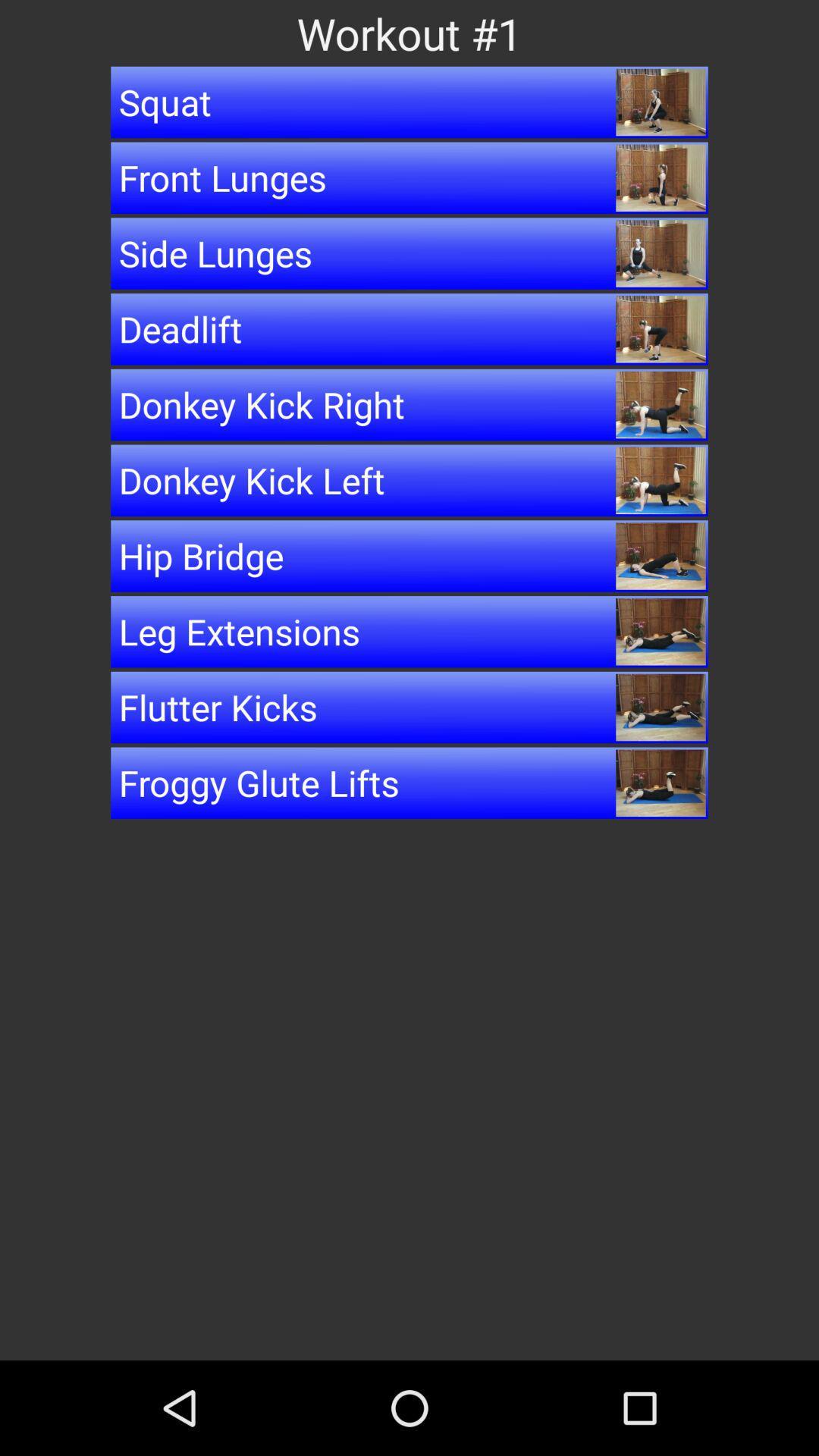 Image resolution: width=819 pixels, height=1456 pixels. Describe the element at coordinates (409, 706) in the screenshot. I see `item above froggy glute lifts` at that location.